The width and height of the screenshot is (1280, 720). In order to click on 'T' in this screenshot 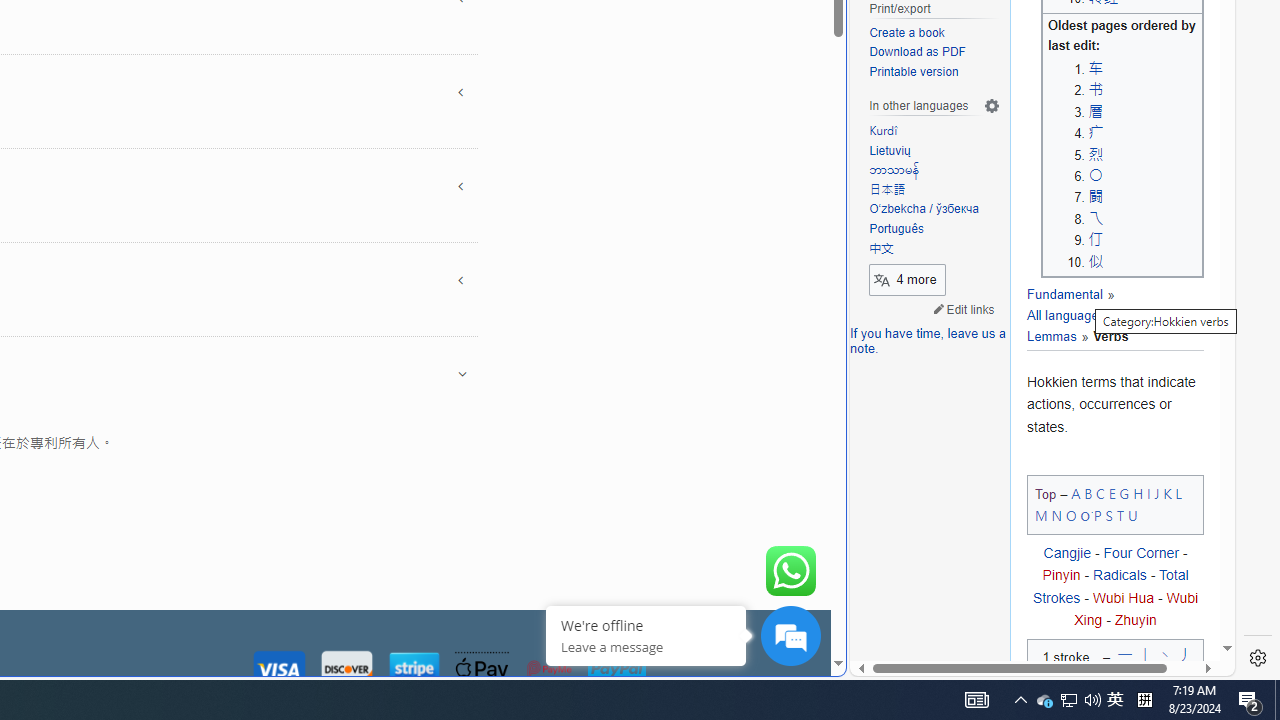, I will do `click(1120, 514)`.